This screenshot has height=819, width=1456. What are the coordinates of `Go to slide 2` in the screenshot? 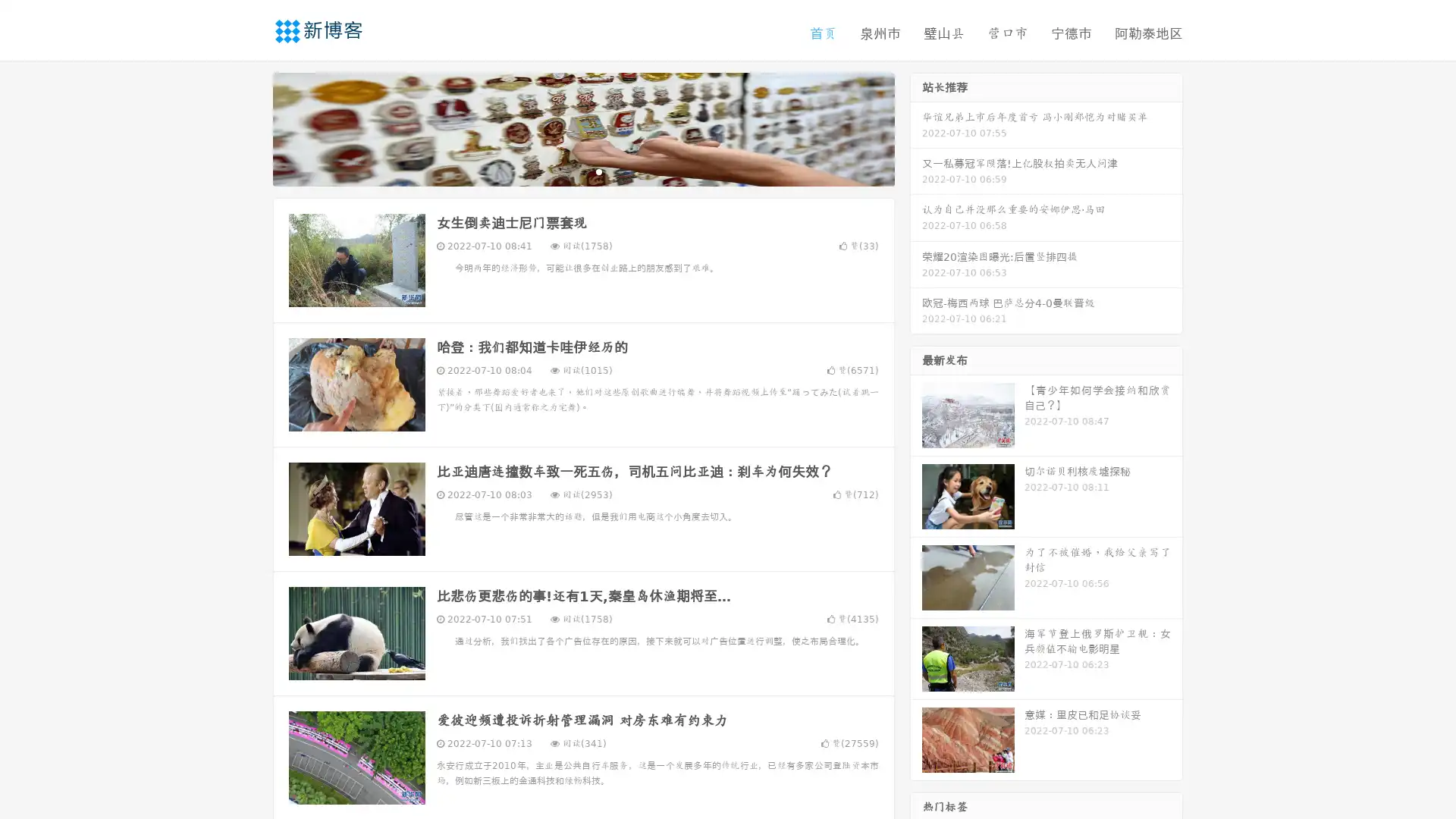 It's located at (582, 171).